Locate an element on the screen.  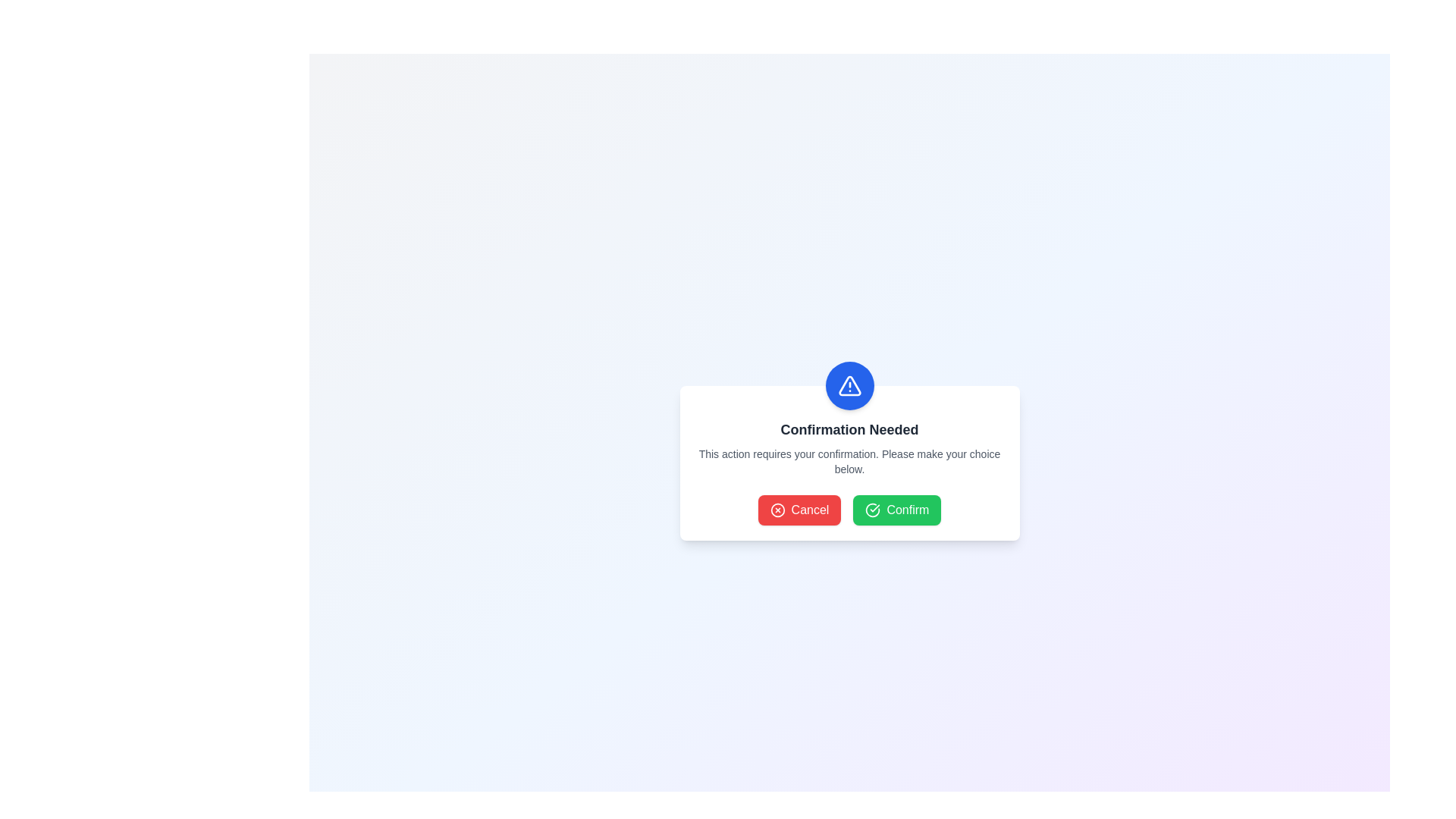
the icon located inside the 'Cancel' button, which is positioned to the left of the text label 'Cancel' is located at coordinates (777, 510).